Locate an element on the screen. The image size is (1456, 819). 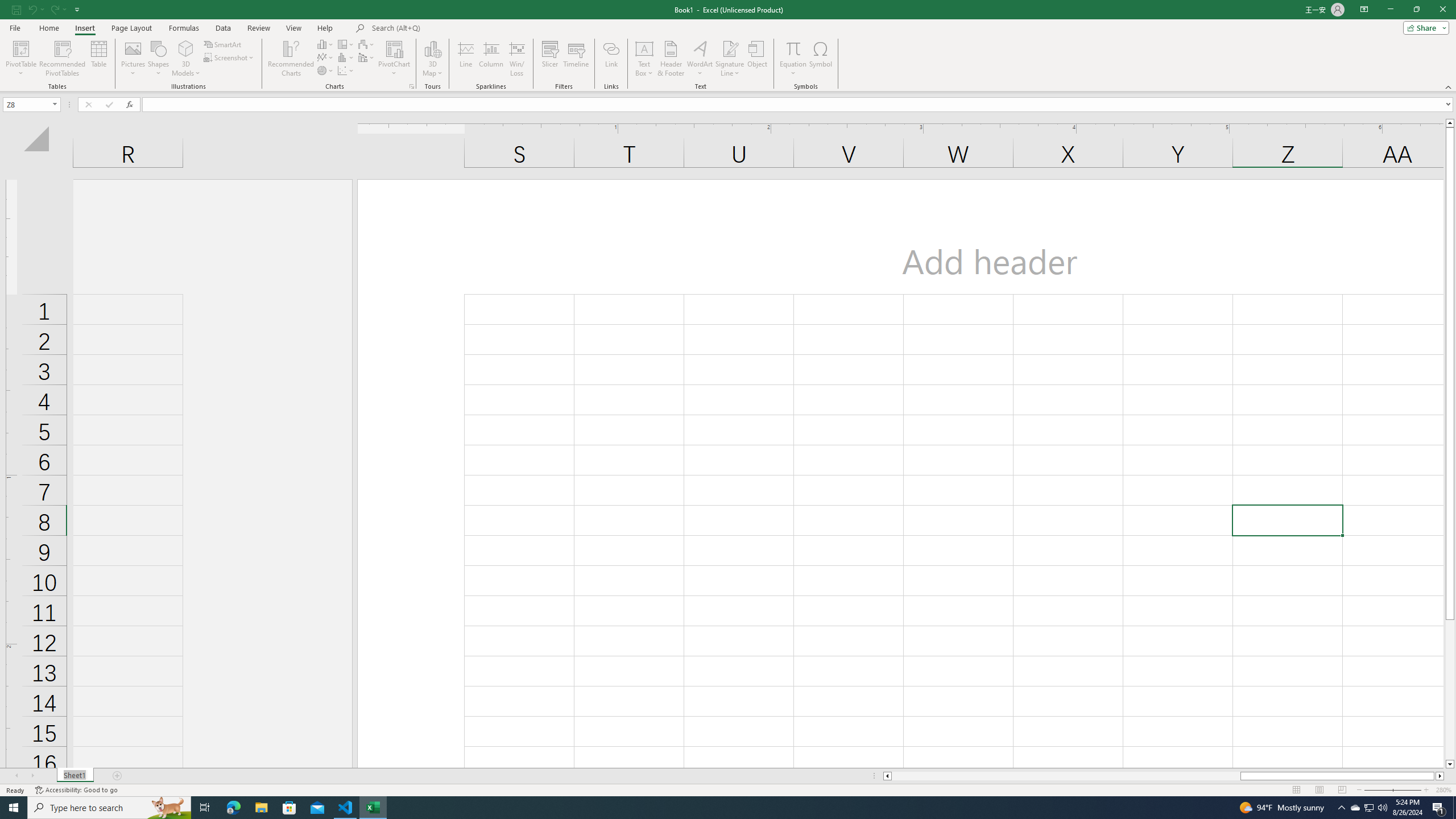
'Timeline' is located at coordinates (575, 59).